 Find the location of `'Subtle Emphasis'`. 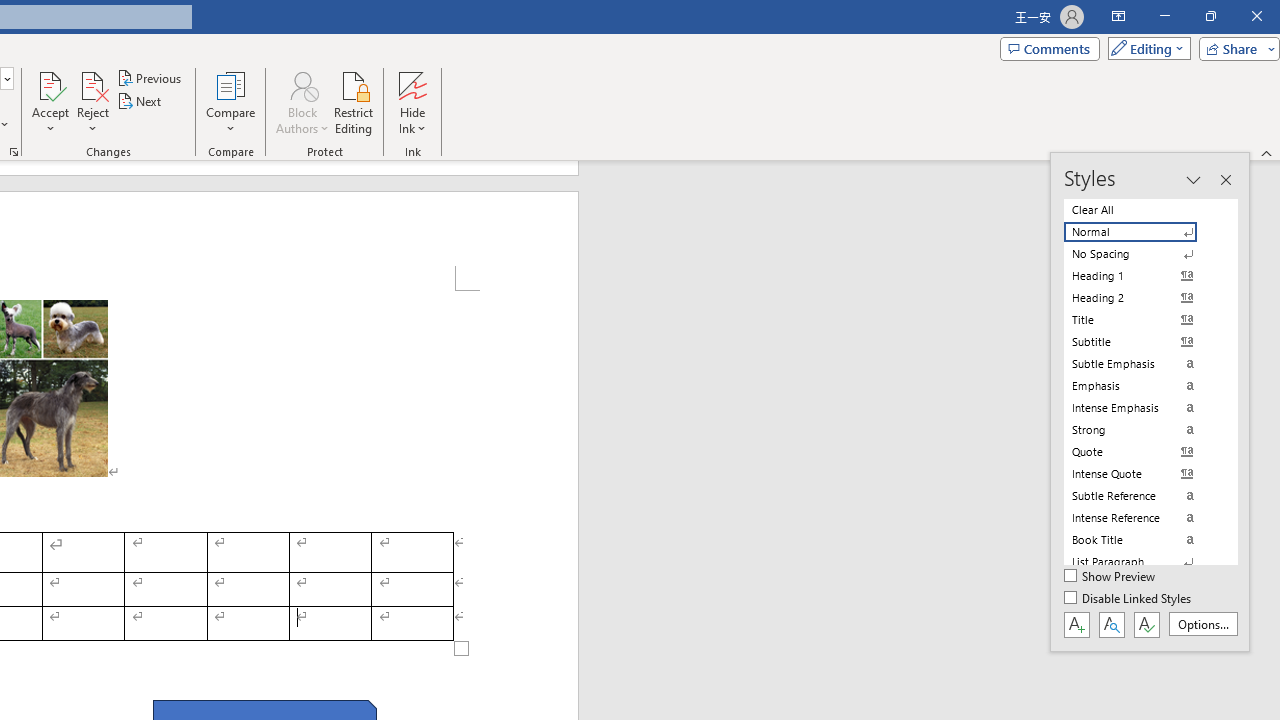

'Subtle Emphasis' is located at coordinates (1142, 363).